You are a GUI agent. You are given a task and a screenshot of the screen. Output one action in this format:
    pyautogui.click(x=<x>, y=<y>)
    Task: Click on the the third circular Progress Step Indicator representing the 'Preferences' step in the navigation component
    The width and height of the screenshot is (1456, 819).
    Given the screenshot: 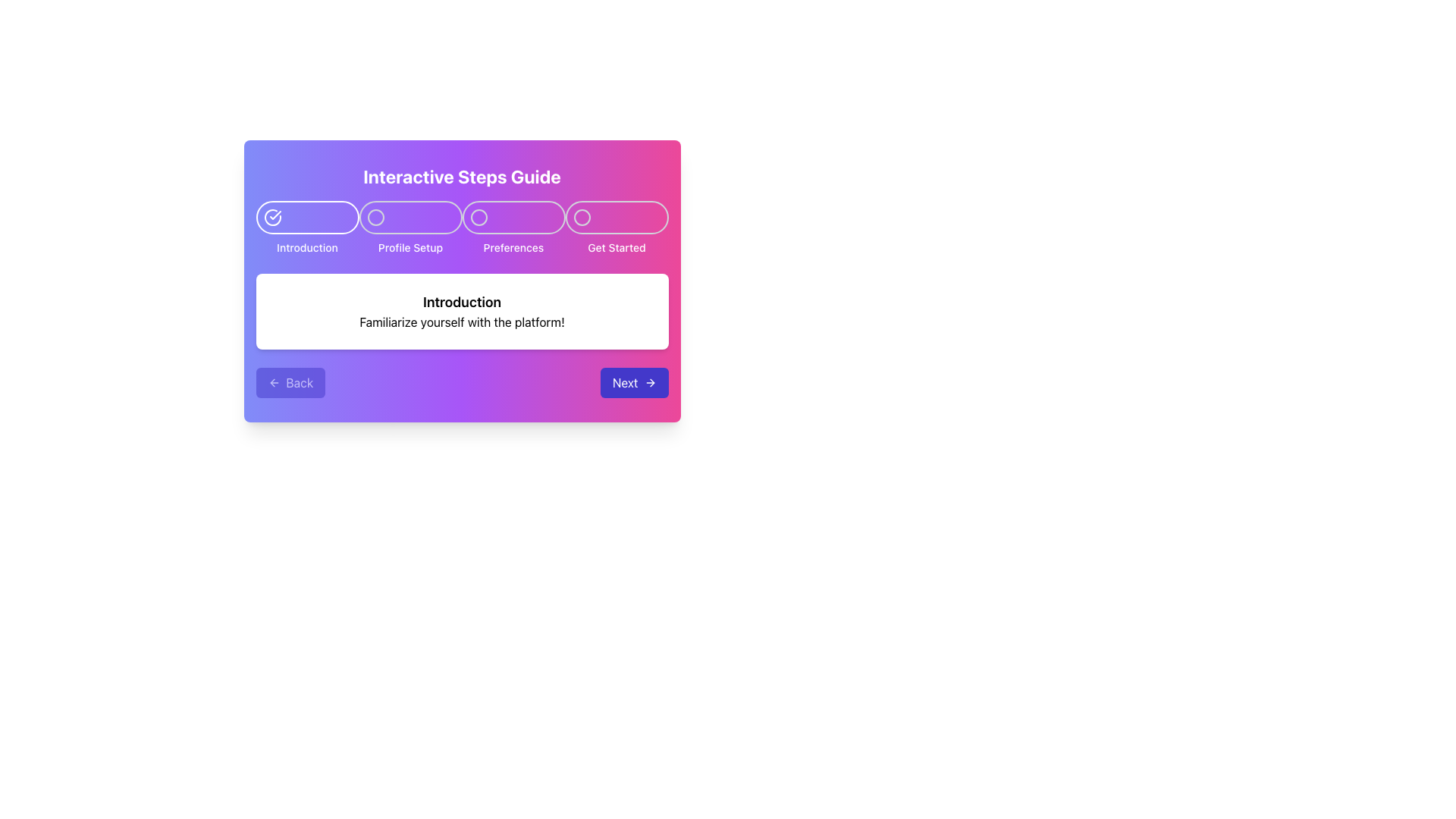 What is the action you would take?
    pyautogui.click(x=478, y=217)
    